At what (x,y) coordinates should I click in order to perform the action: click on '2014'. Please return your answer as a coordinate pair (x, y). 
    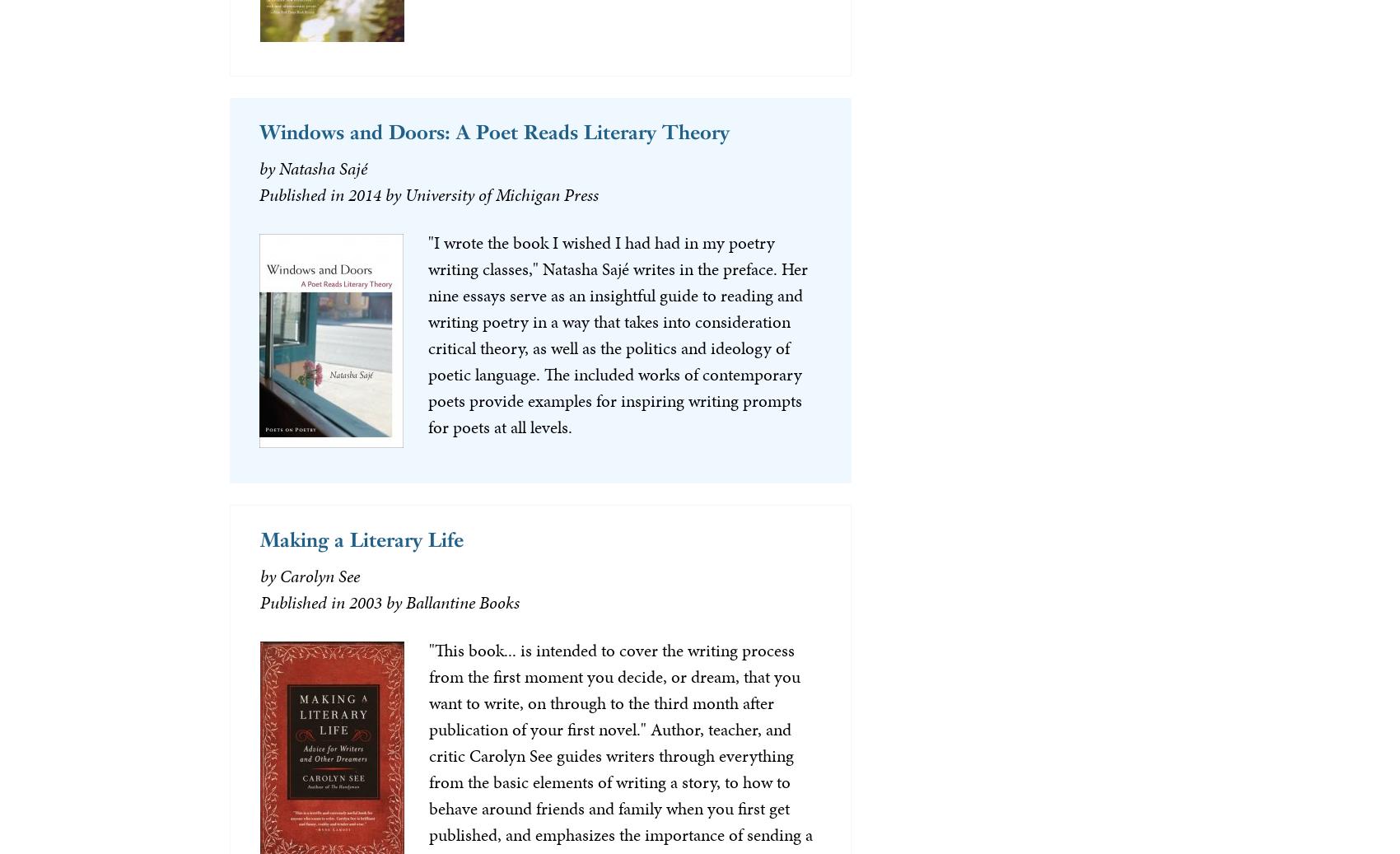
    Looking at the image, I should click on (364, 194).